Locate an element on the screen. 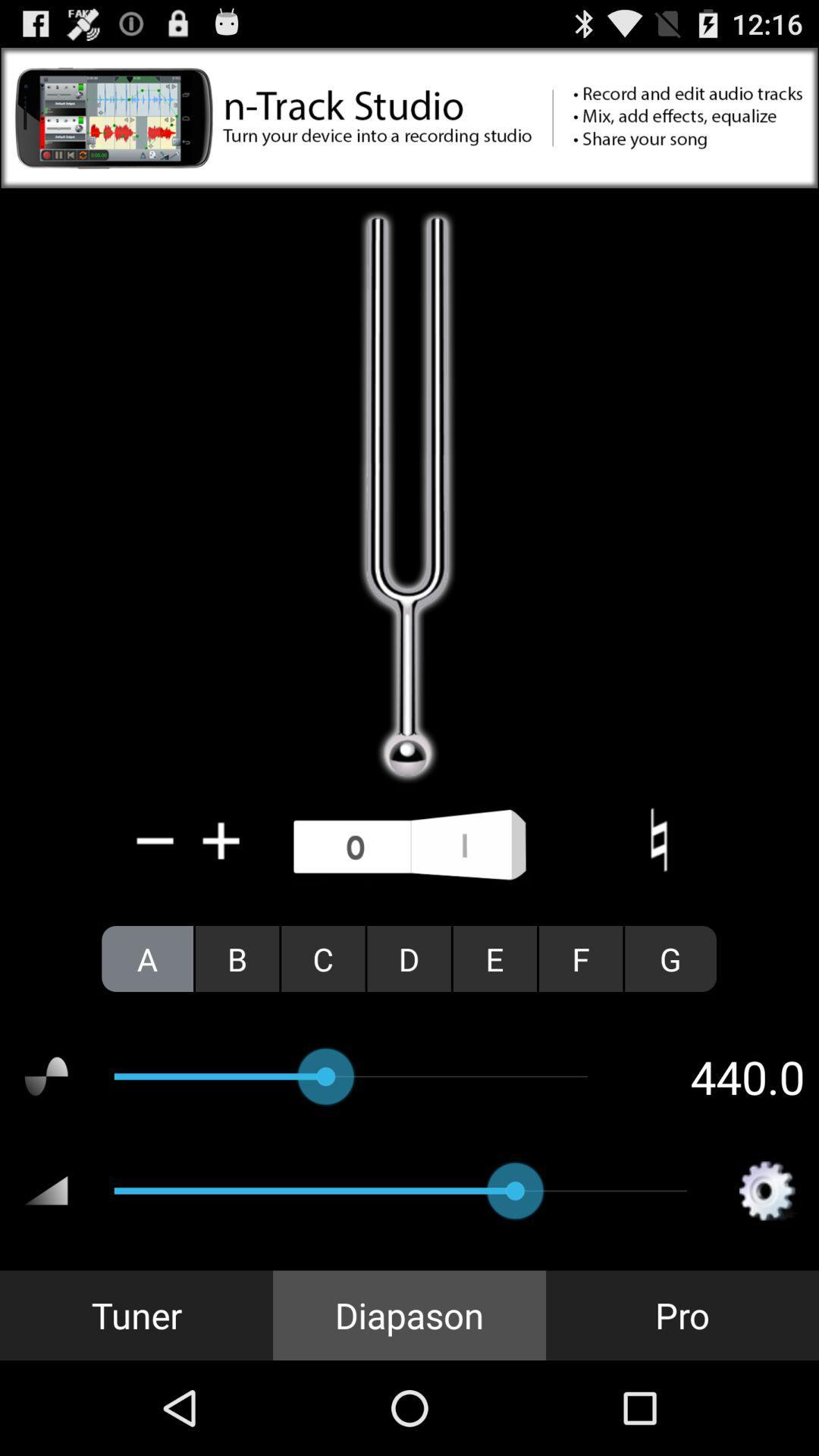 This screenshot has height=1456, width=819. the minus icon is located at coordinates (155, 899).